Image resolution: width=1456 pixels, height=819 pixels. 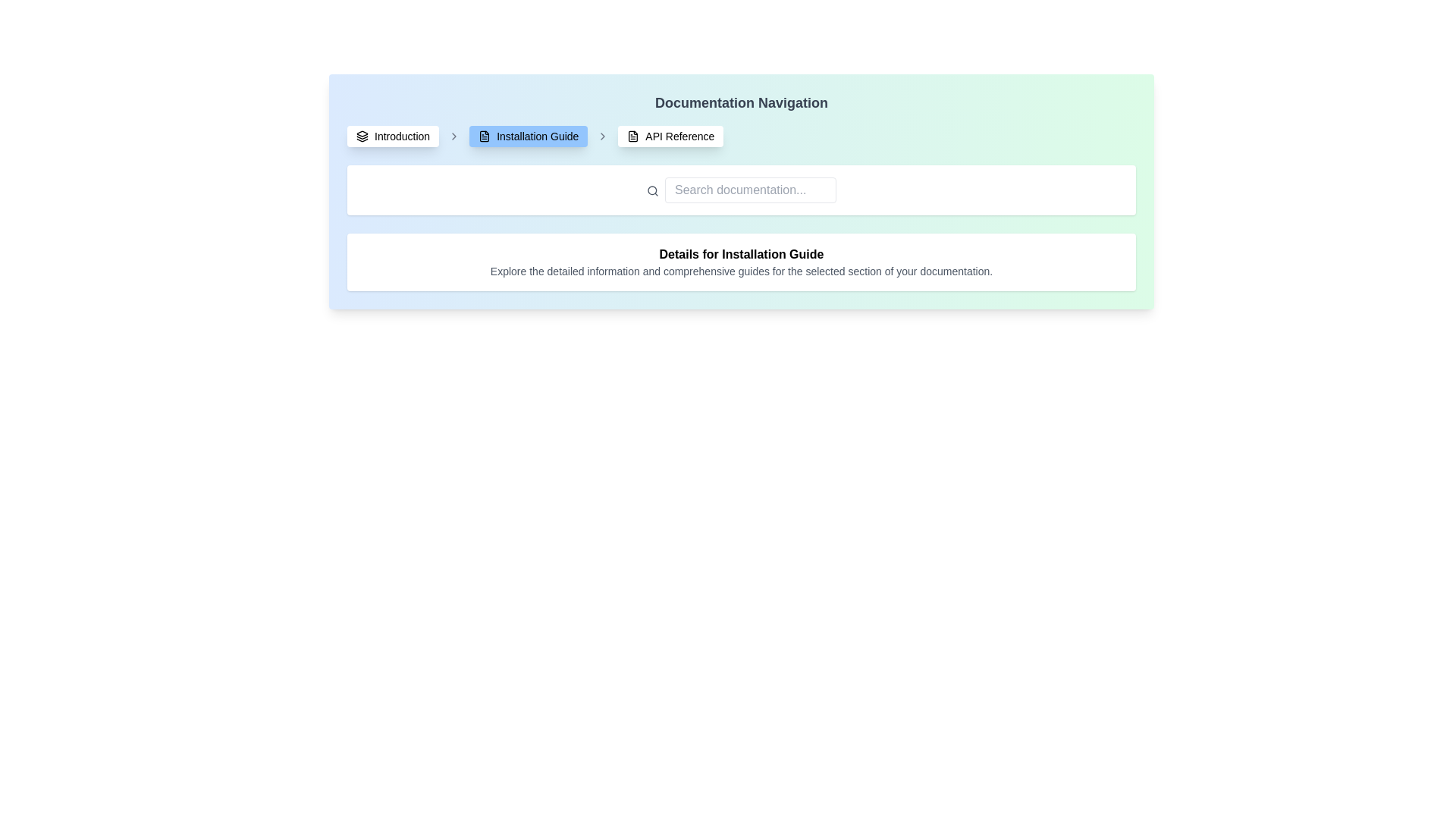 What do you see at coordinates (750, 189) in the screenshot?
I see `the search input field located within the white rectangular area, to the right of the magnifying glass icon, to focus the input` at bounding box center [750, 189].